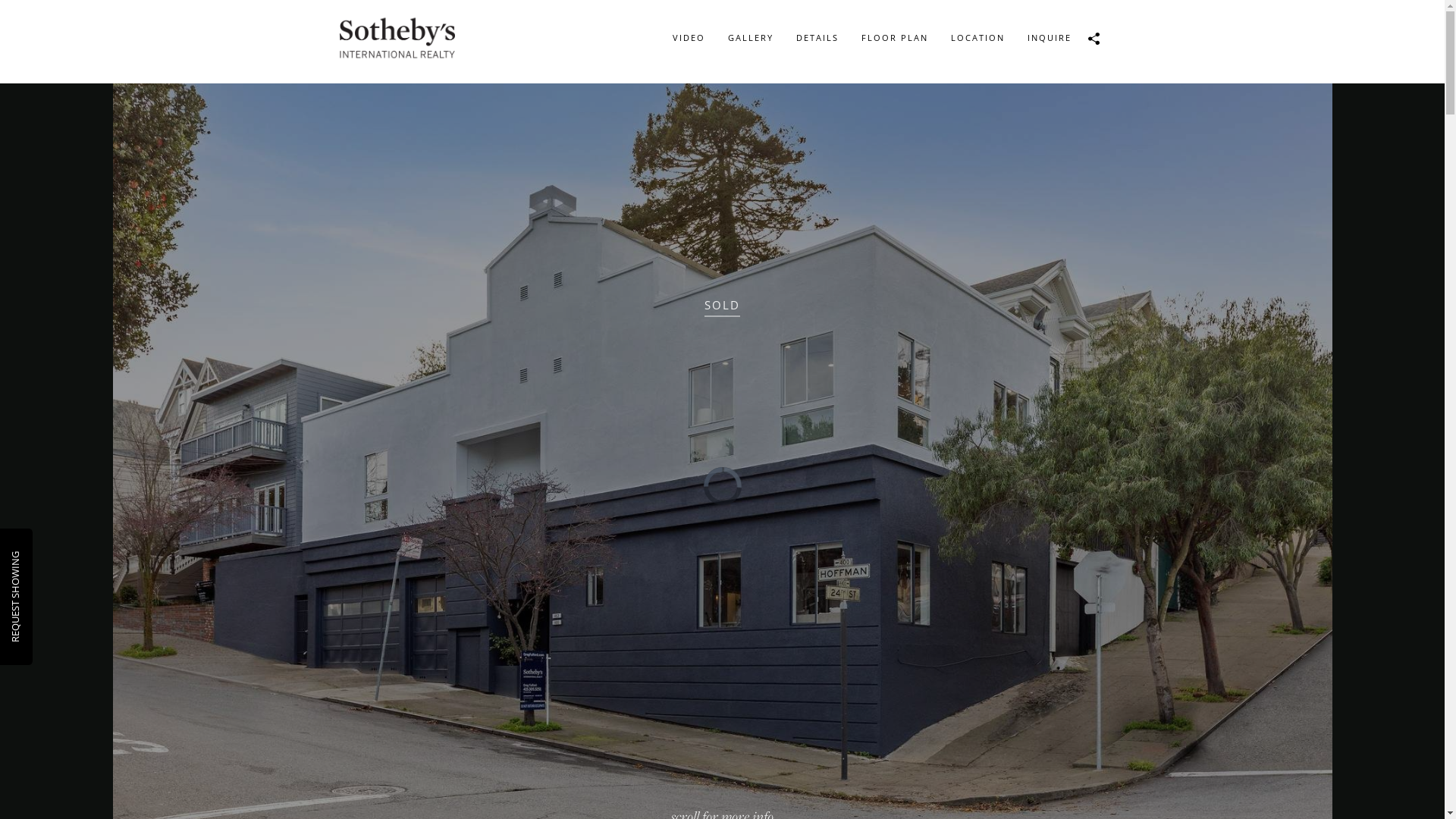 Image resolution: width=1456 pixels, height=819 pixels. What do you see at coordinates (688, 37) in the screenshot?
I see `'VIDEO'` at bounding box center [688, 37].